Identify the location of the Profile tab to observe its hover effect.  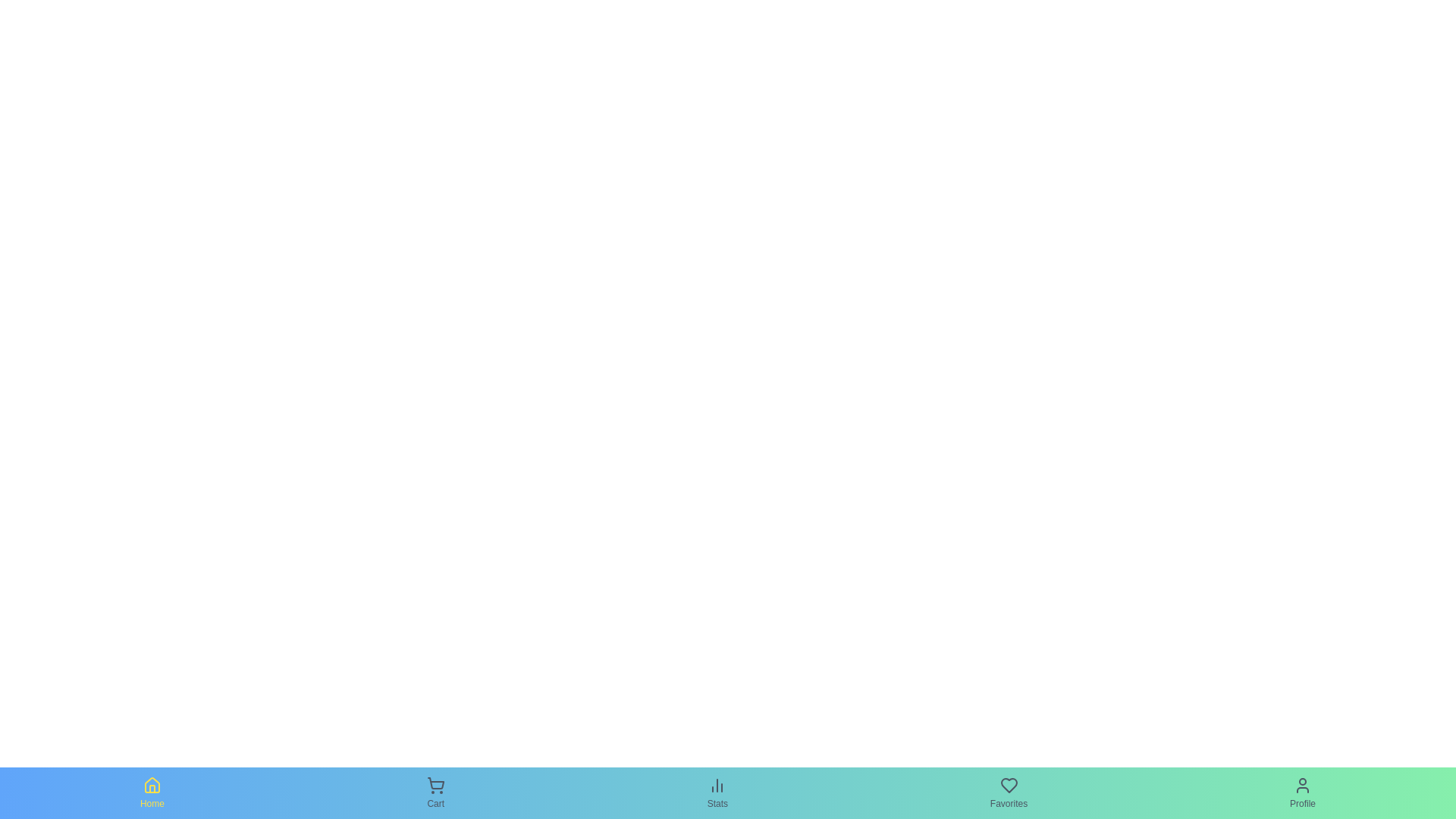
(1302, 792).